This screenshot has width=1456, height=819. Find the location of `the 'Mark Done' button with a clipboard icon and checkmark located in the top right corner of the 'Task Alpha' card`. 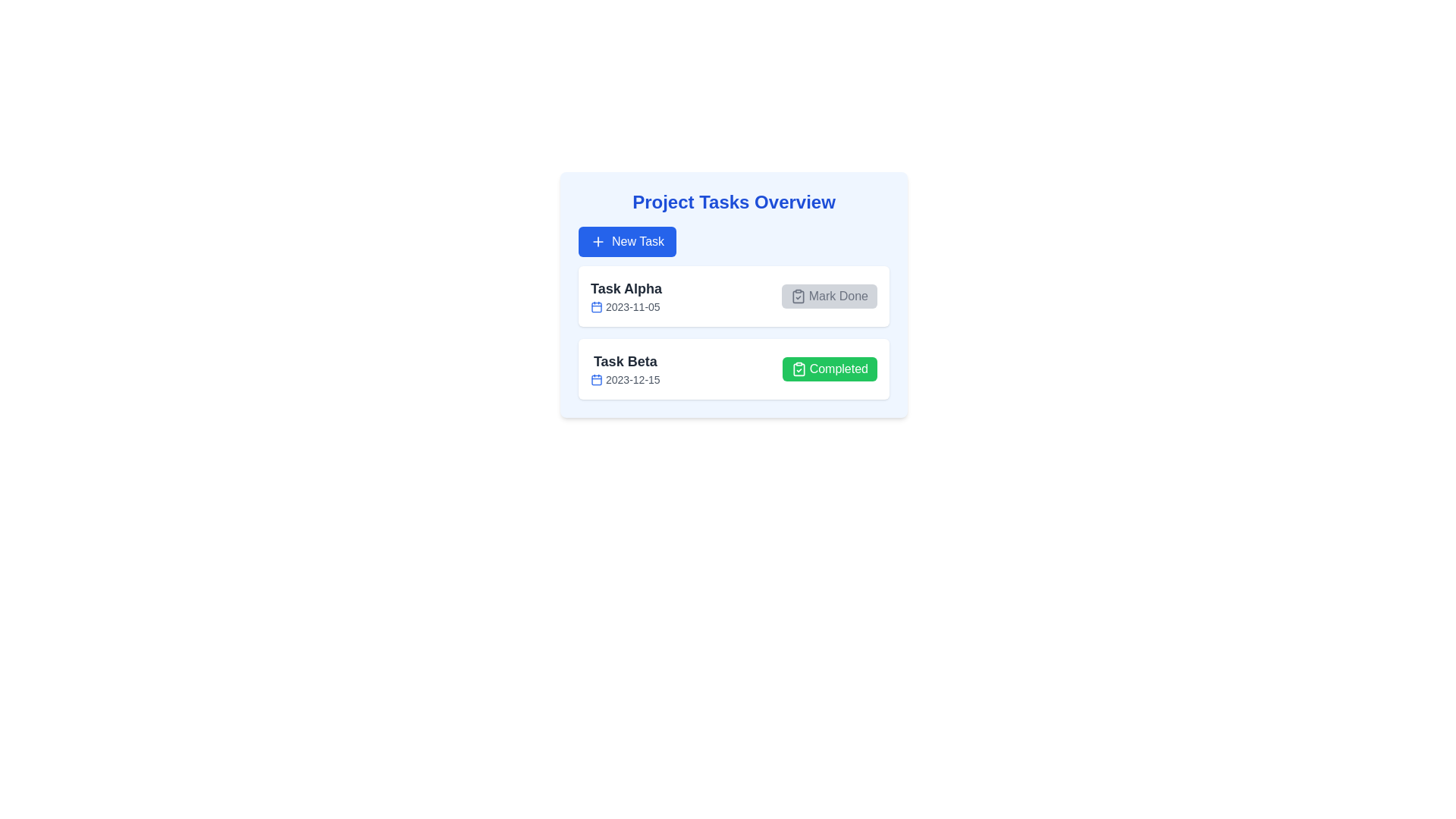

the 'Mark Done' button with a clipboard icon and checkmark located in the top right corner of the 'Task Alpha' card is located at coordinates (828, 296).